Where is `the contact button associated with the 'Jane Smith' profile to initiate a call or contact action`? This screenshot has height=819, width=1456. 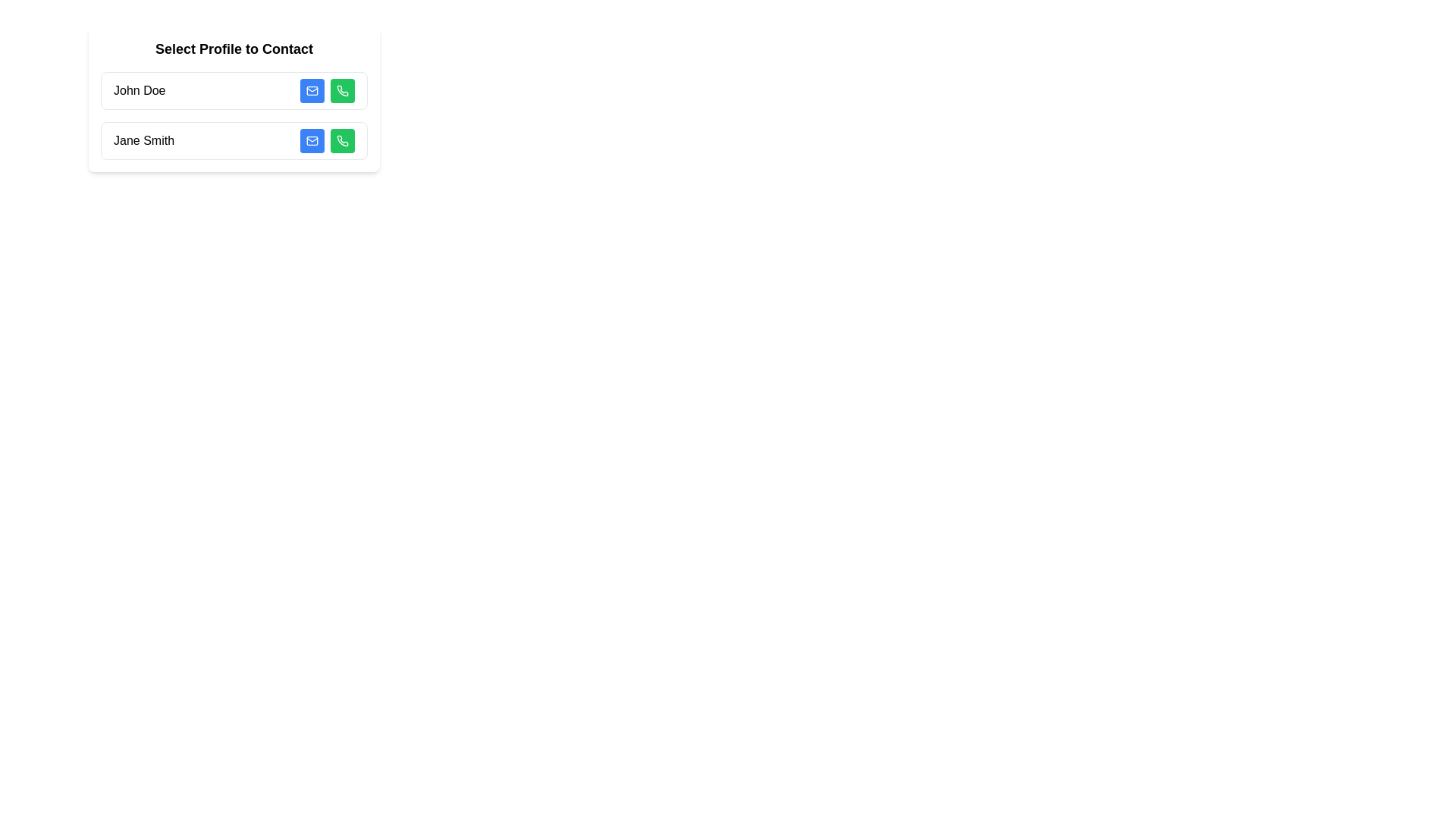
the contact button associated with the 'Jane Smith' profile to initiate a call or contact action is located at coordinates (341, 140).